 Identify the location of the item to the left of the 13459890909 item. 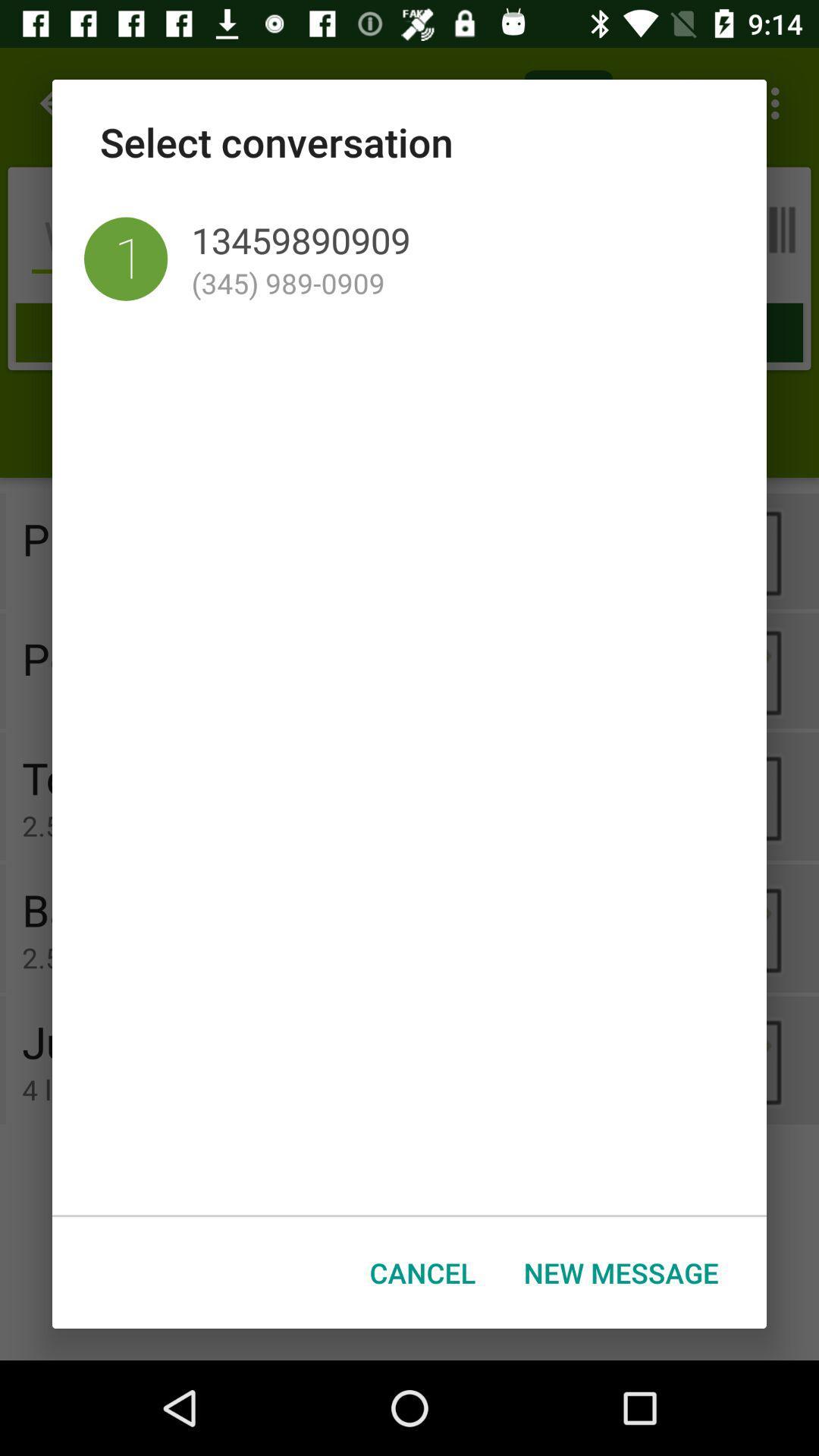
(125, 259).